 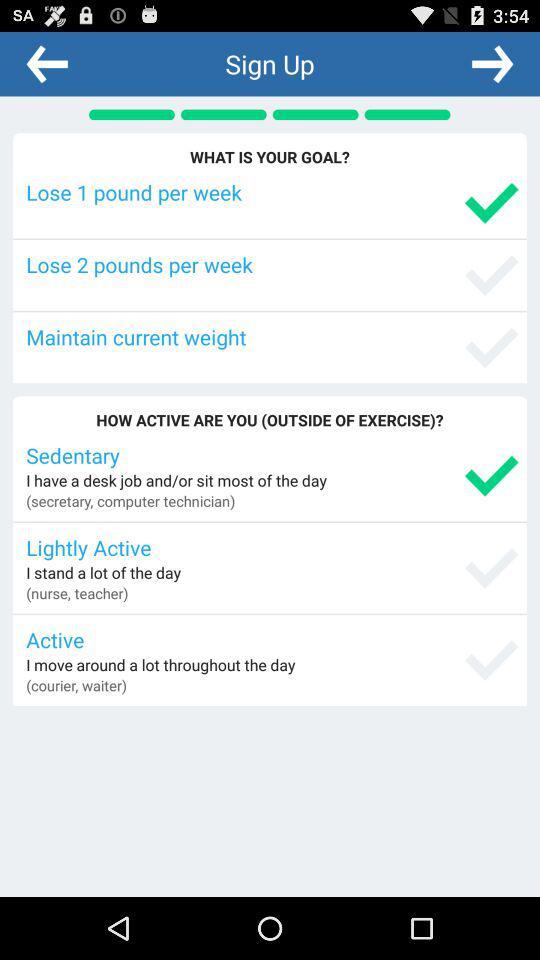 What do you see at coordinates (47, 63) in the screenshot?
I see `the item above the what is your app` at bounding box center [47, 63].